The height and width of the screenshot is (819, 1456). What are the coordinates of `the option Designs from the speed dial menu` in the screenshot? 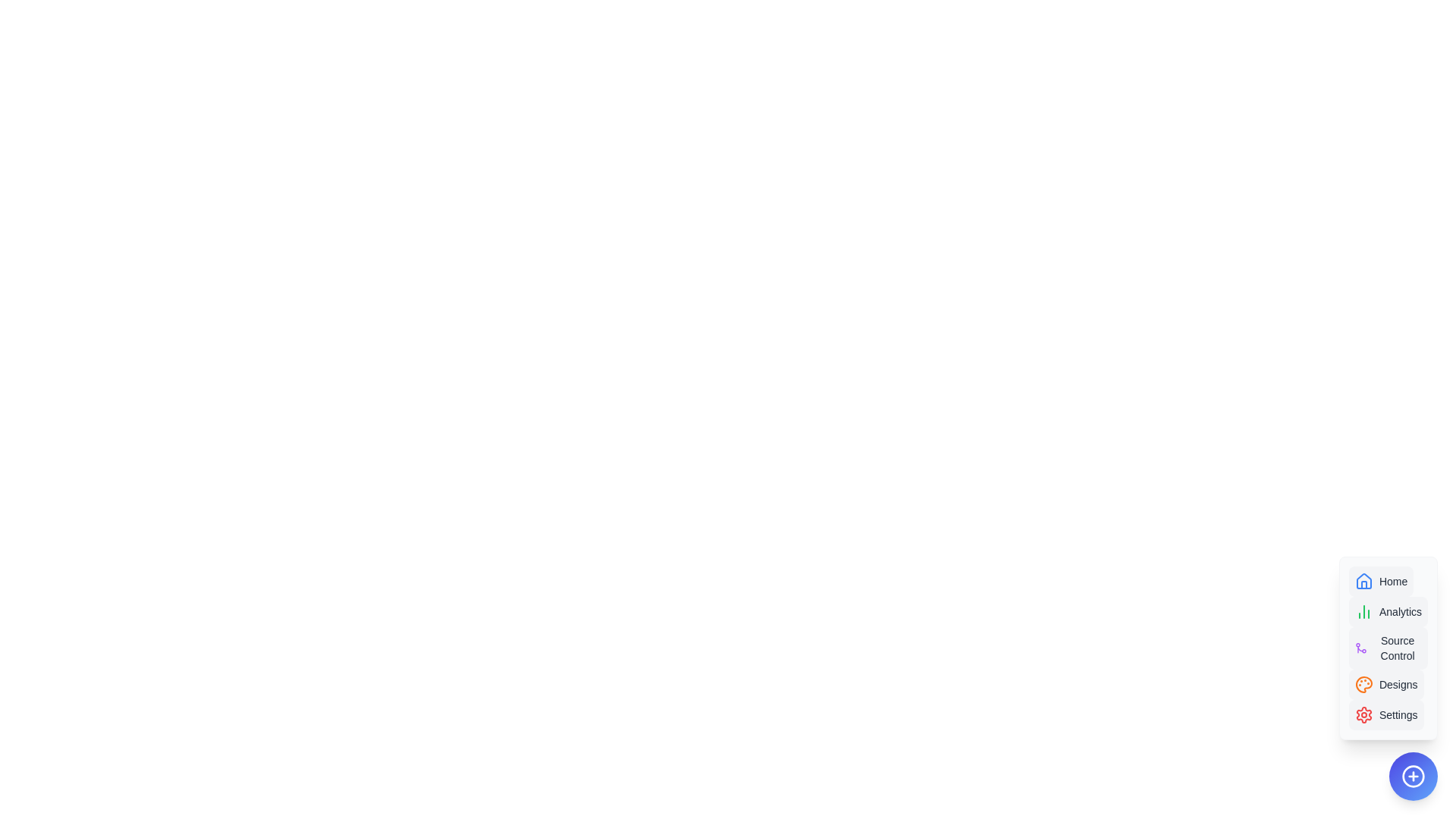 It's located at (1386, 684).